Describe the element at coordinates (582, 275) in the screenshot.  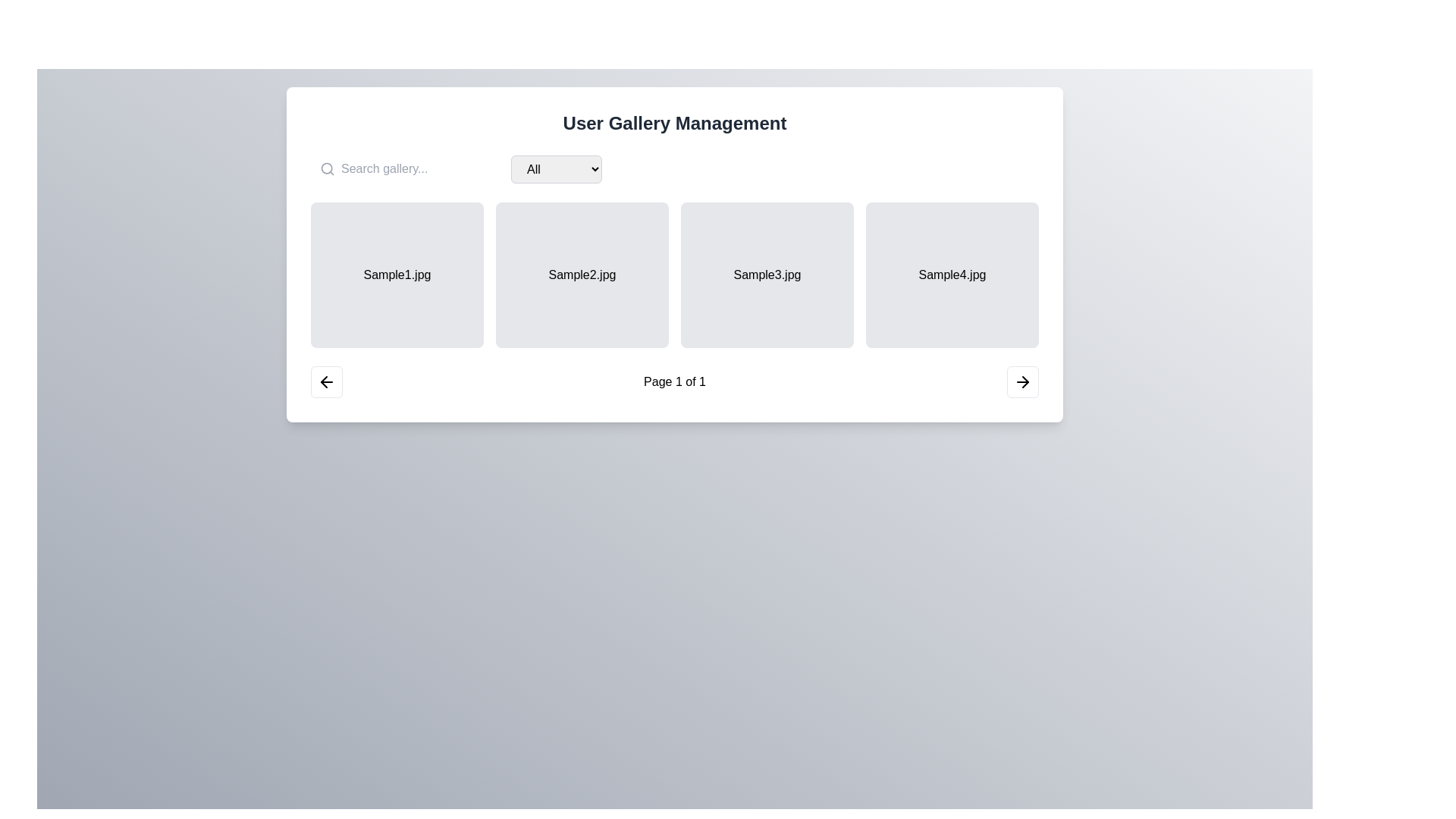
I see `the static label or banner representing the grid item's intended function, which displays 'Sample2.jpg', located in the second column of a four-item grid layout` at that location.